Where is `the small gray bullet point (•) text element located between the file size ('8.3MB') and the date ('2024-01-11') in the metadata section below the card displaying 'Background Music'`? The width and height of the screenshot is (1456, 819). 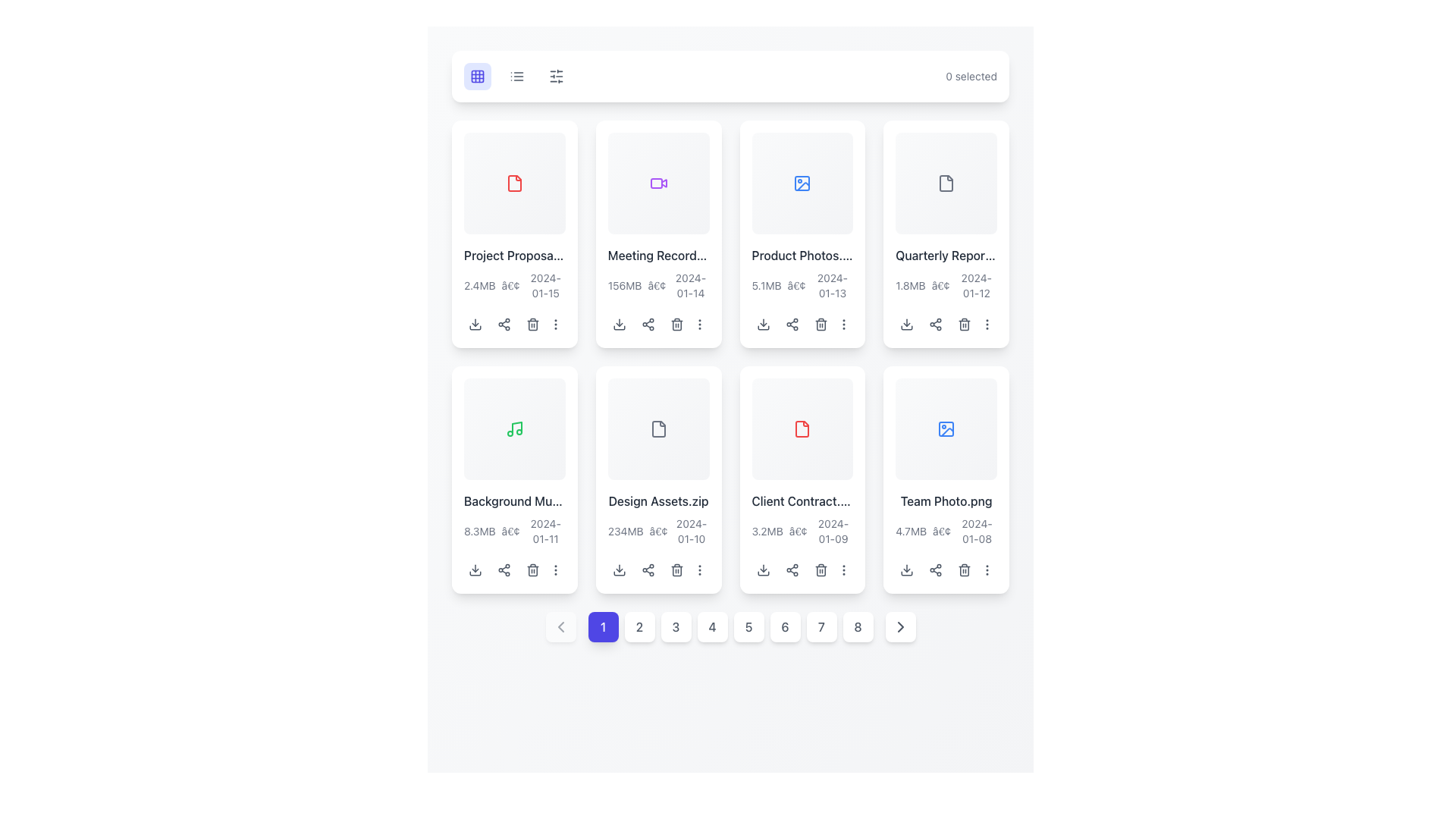 the small gray bullet point (•) text element located between the file size ('8.3MB') and the date ('2024-01-11') in the metadata section below the card displaying 'Background Music' is located at coordinates (510, 530).